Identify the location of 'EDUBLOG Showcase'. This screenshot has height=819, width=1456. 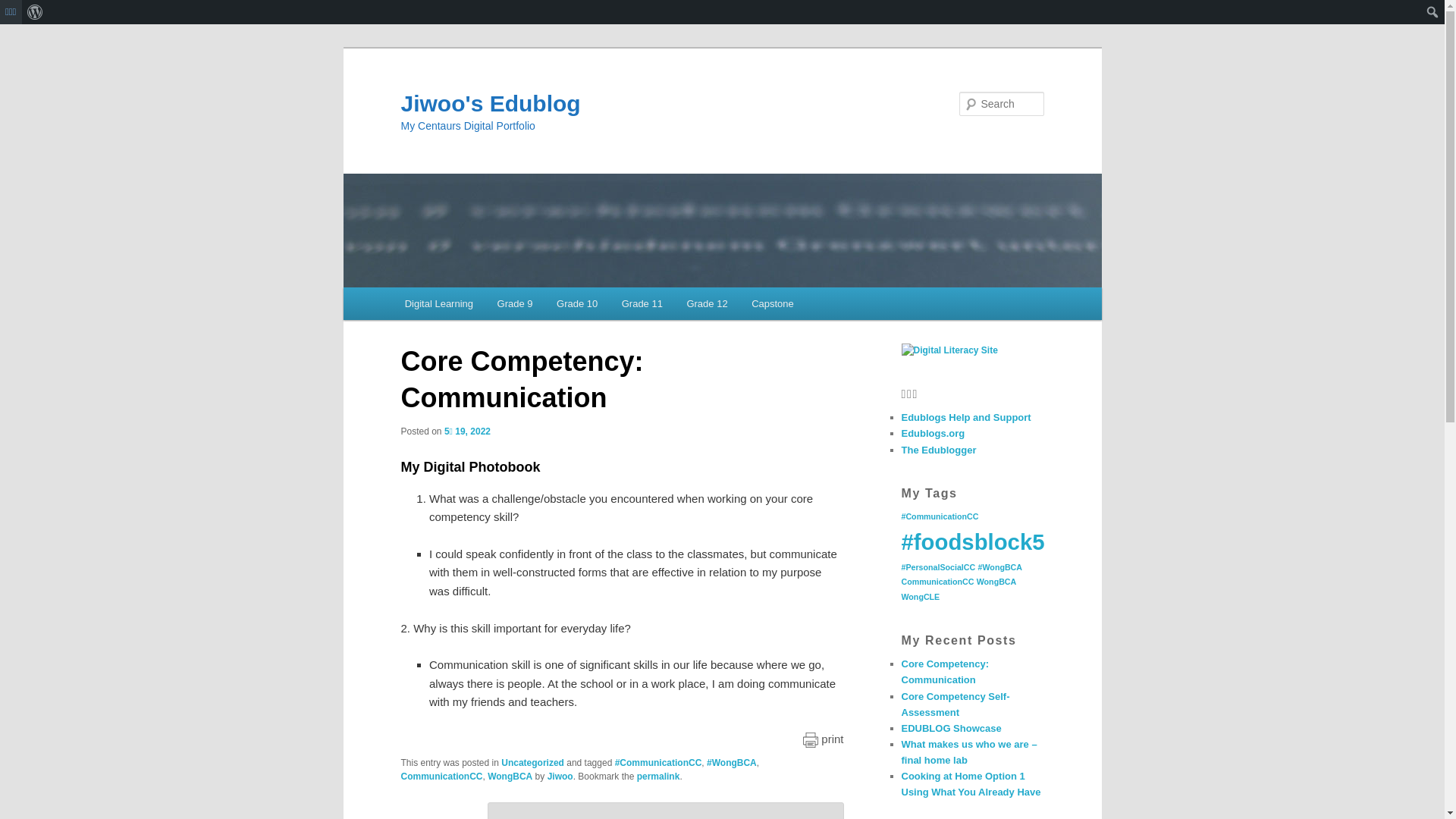
(949, 727).